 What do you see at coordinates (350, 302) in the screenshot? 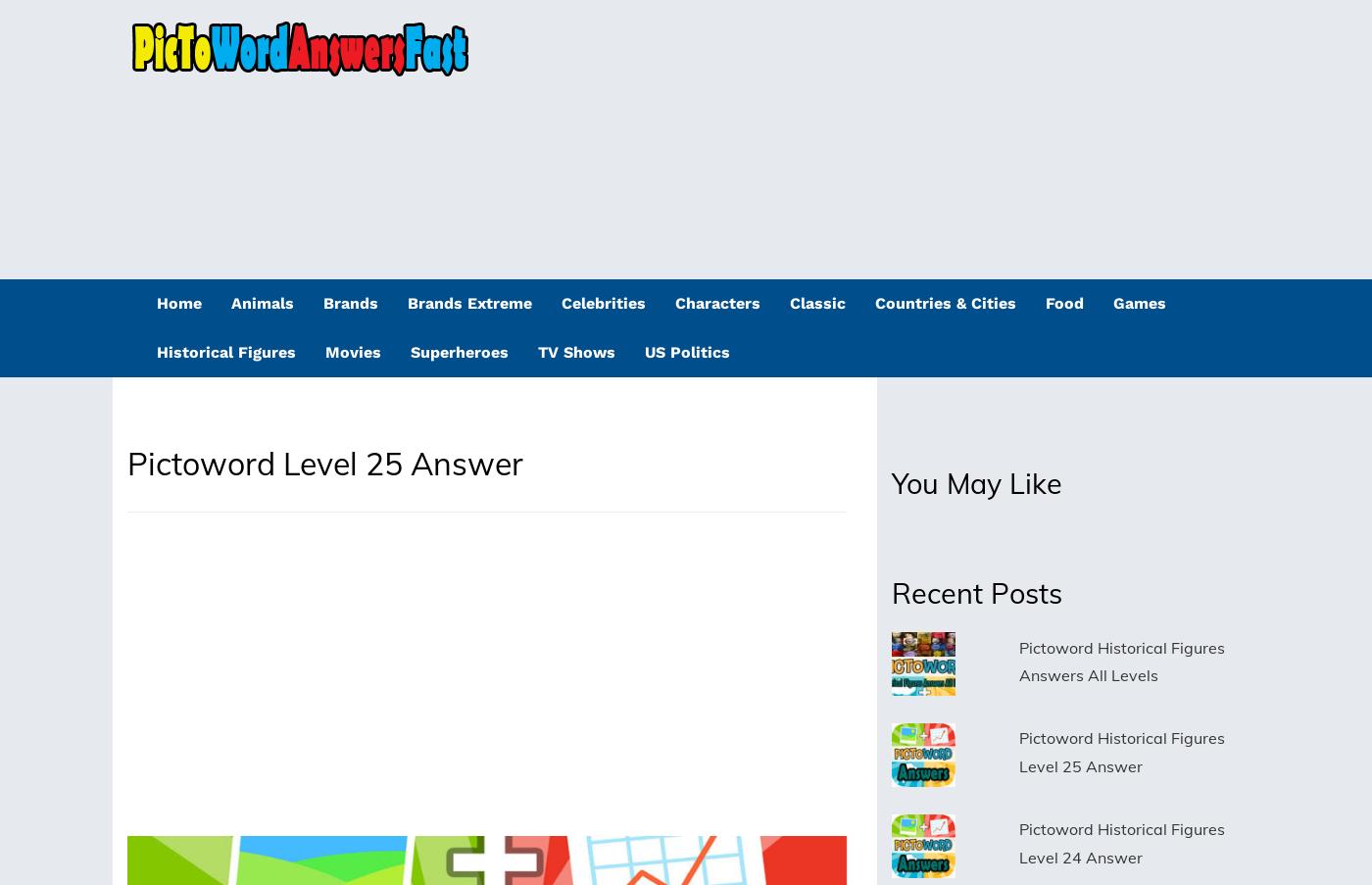
I see `'Brands'` at bounding box center [350, 302].